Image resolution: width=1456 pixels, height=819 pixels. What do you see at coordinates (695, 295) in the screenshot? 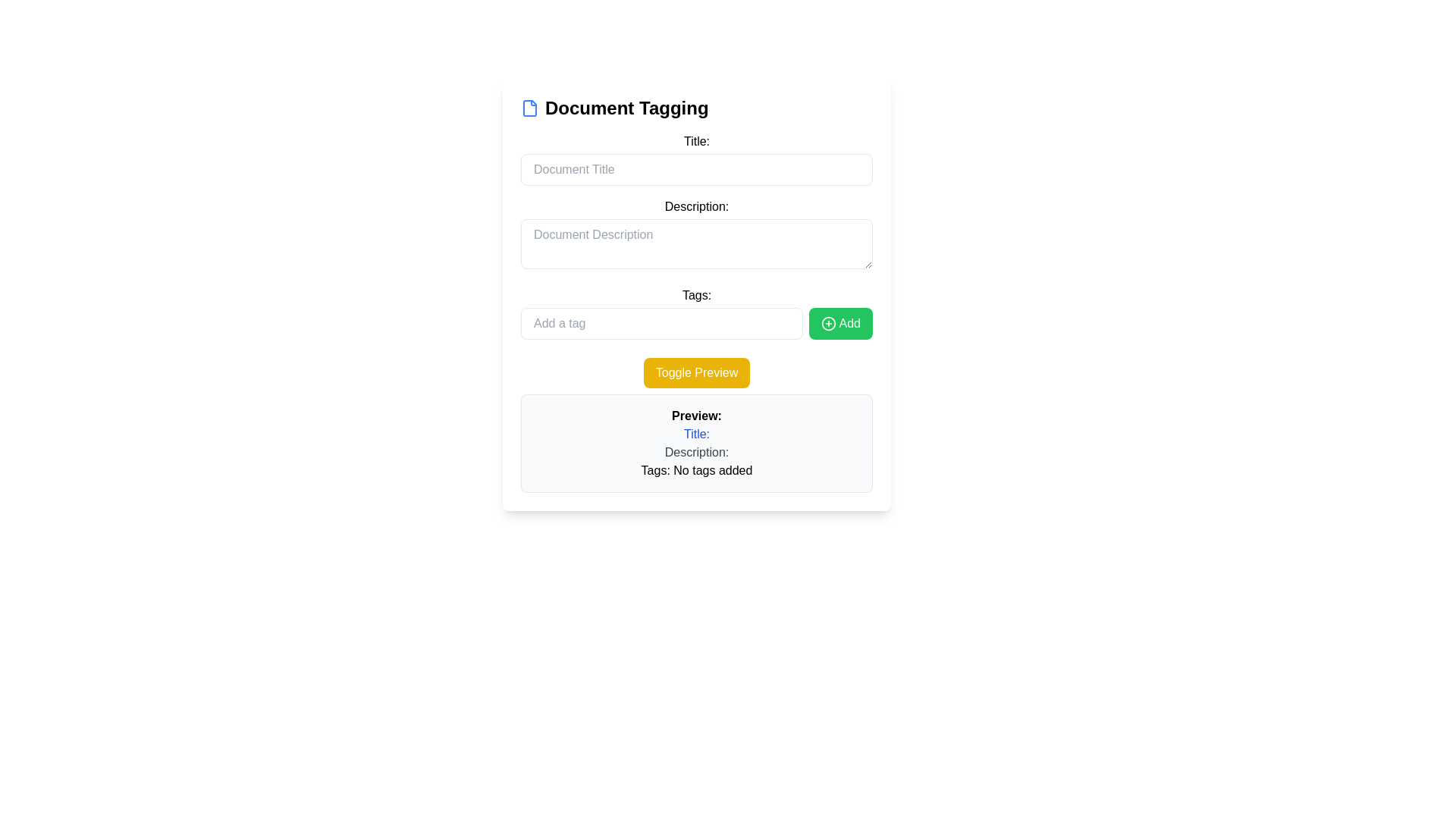
I see `the text label 'Tags:' which is styled in bold and medium font weight, located directly above the input field labeled 'Add a tag' in the form interface under the 'Description' field` at bounding box center [695, 295].